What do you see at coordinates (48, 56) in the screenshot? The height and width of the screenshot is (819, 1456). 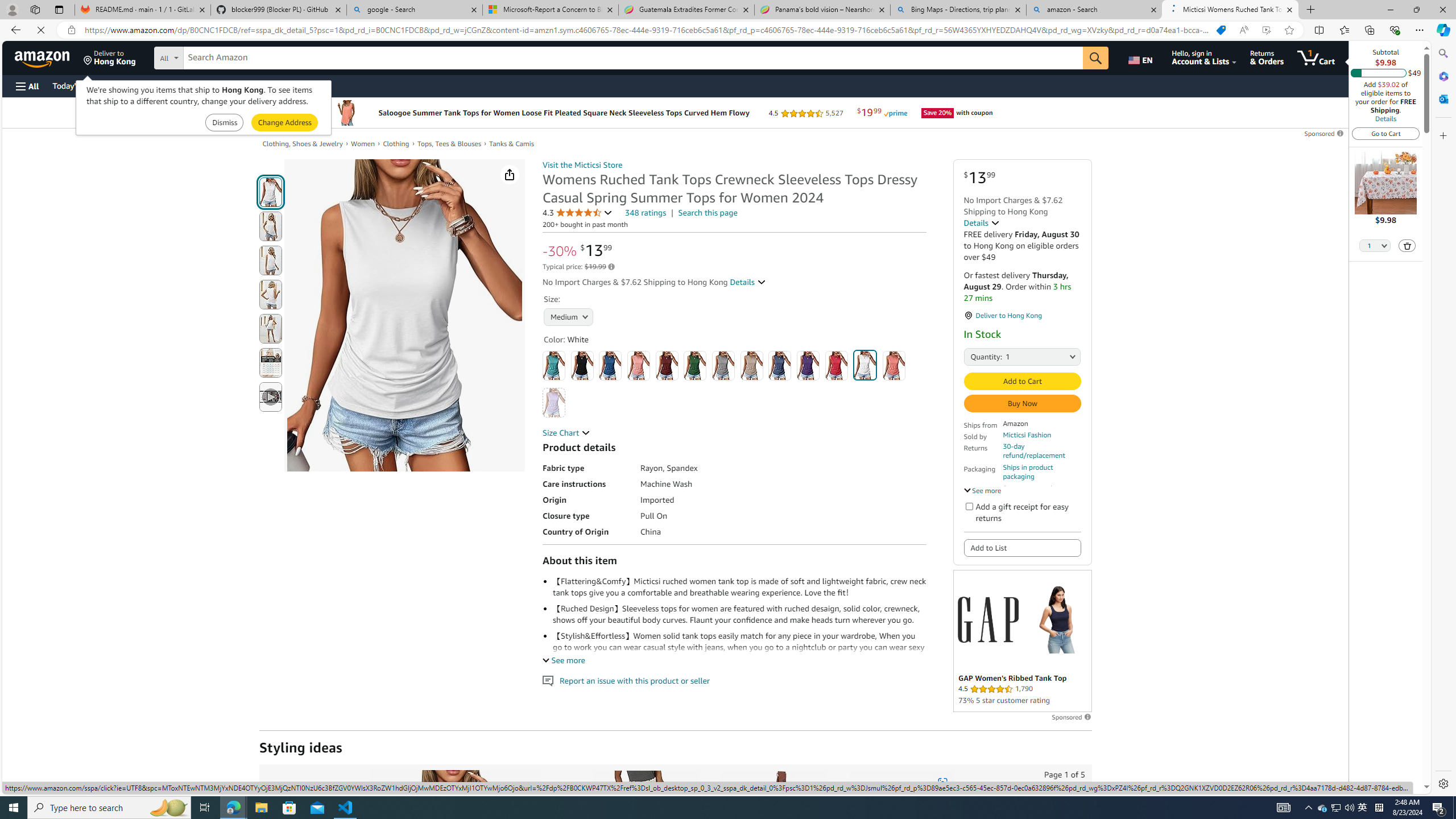 I see `'Skip to main content'` at bounding box center [48, 56].